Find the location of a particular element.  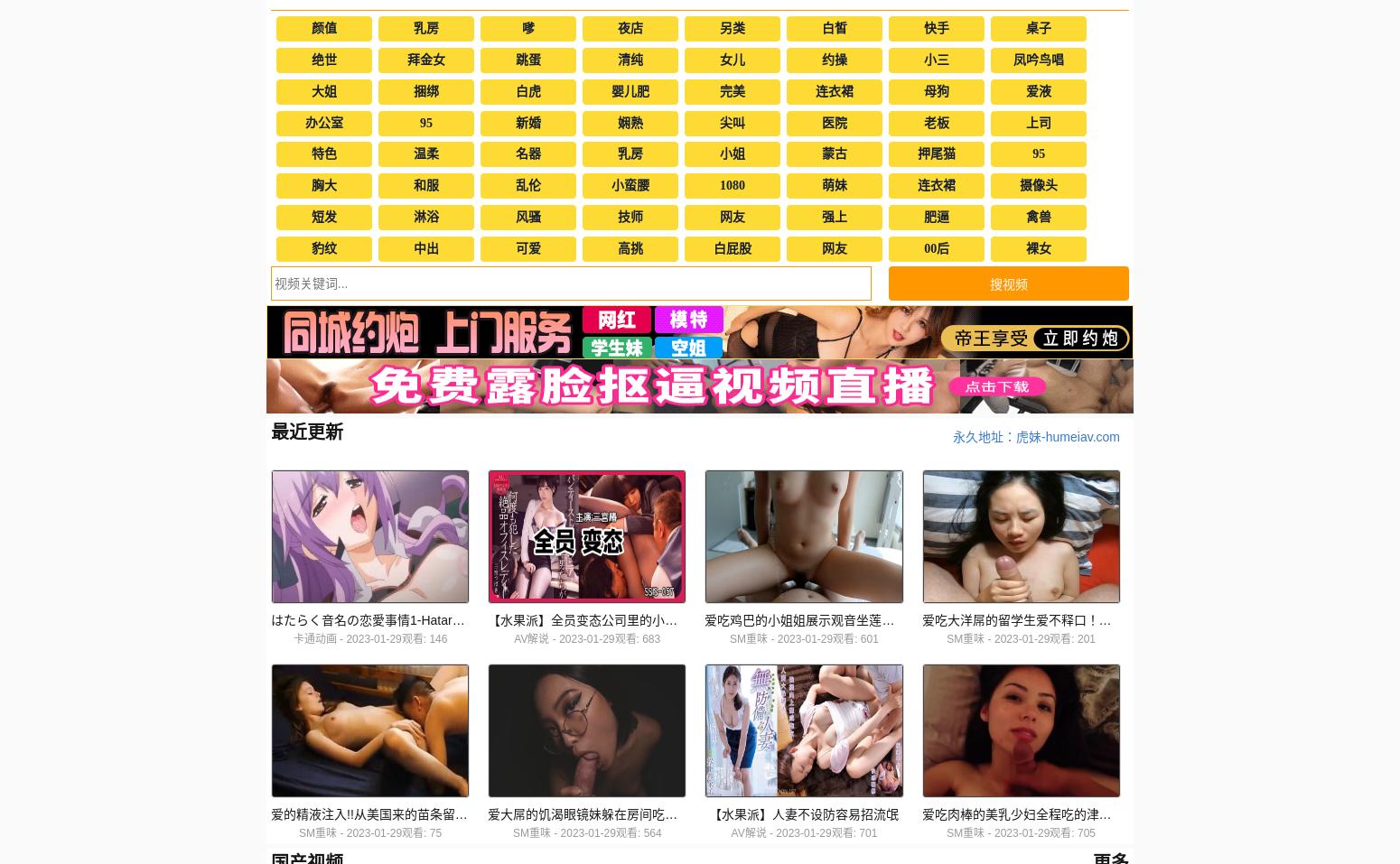

'2023-01-29观看: 75' is located at coordinates (394, 833).